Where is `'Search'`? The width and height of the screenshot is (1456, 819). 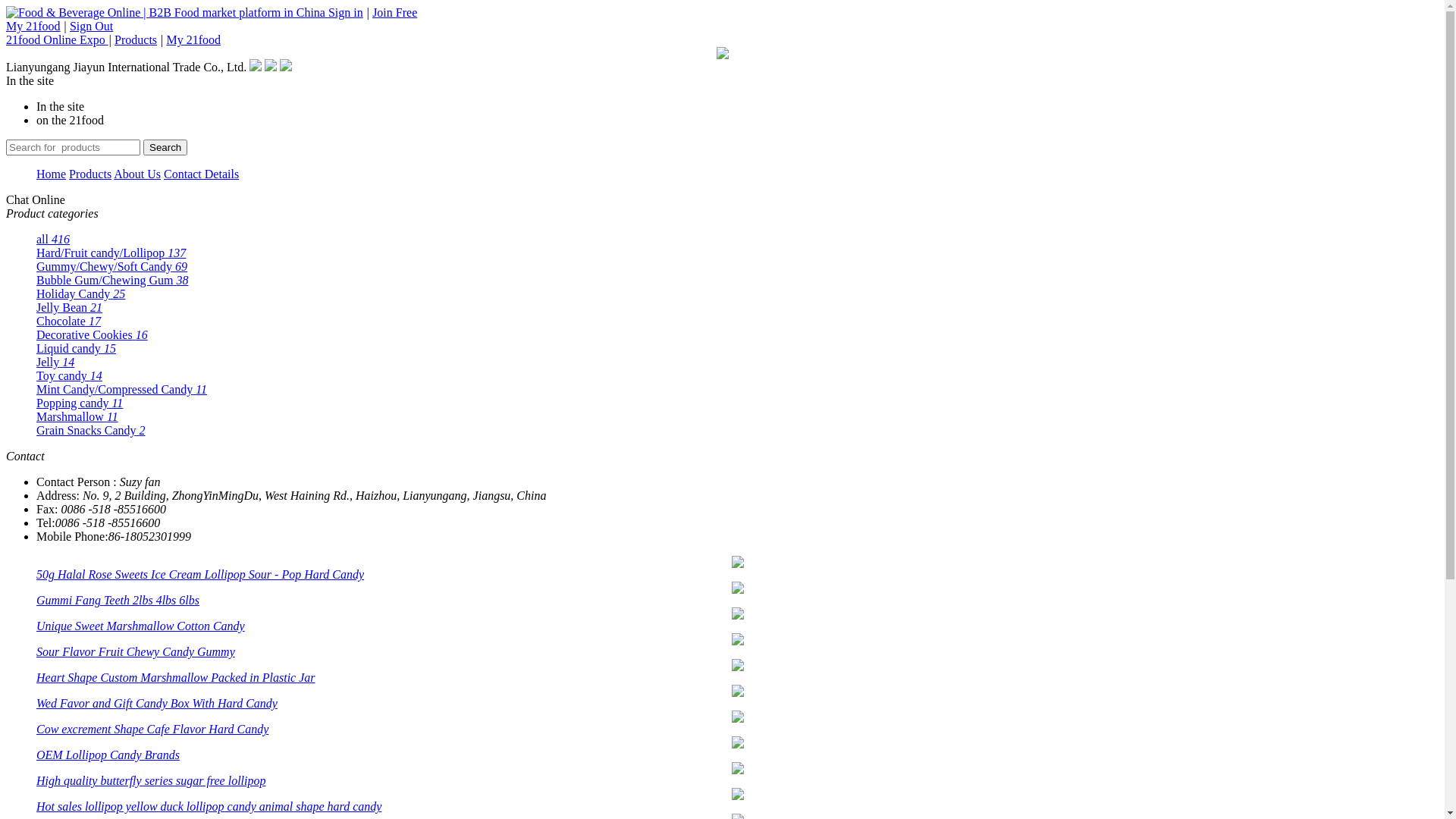 'Search' is located at coordinates (165, 147).